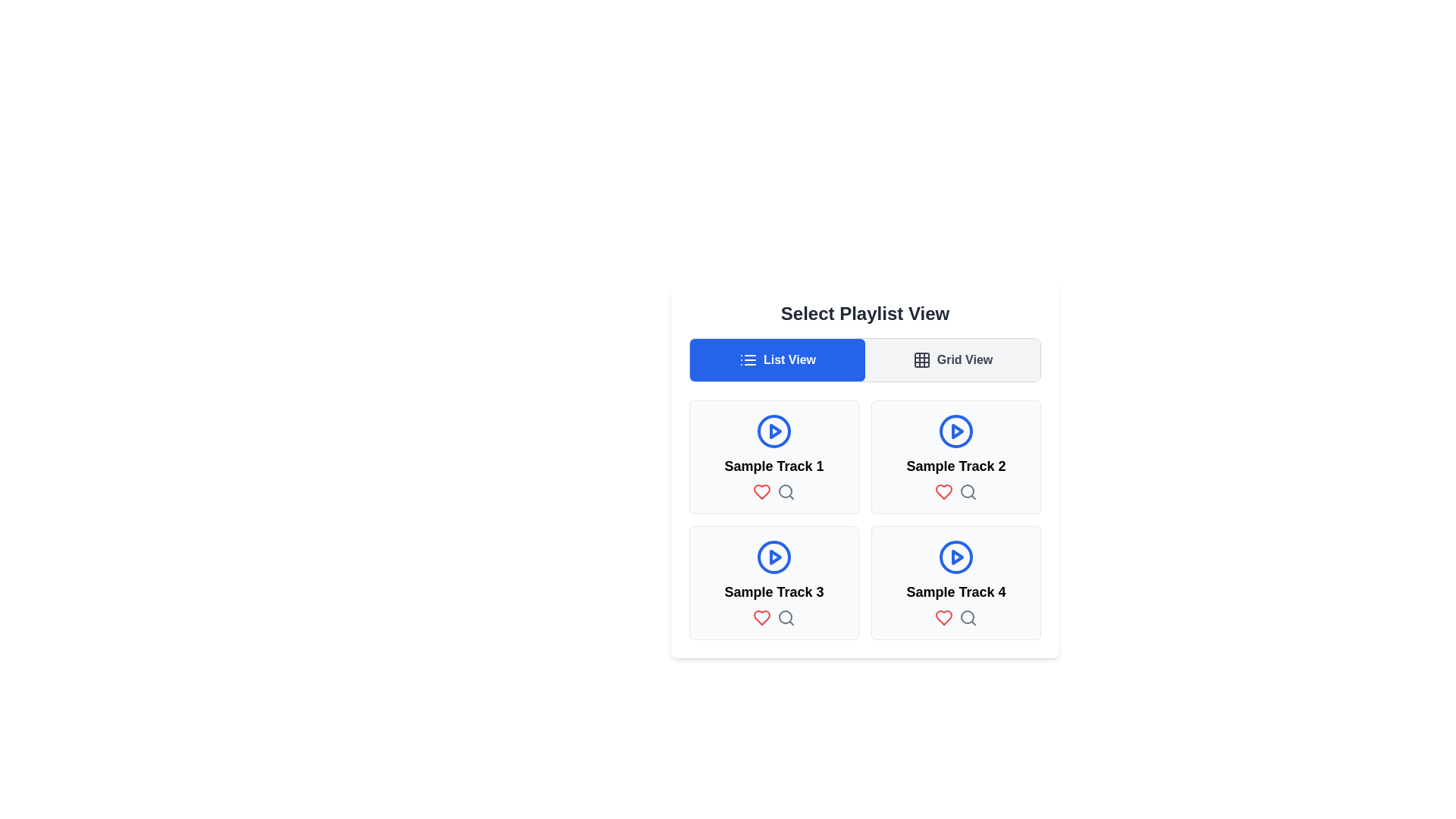 The height and width of the screenshot is (819, 1456). What do you see at coordinates (921, 359) in the screenshot?
I see `the grid view selection icon located in the top-right section of the interface, next to the 'List View' button` at bounding box center [921, 359].